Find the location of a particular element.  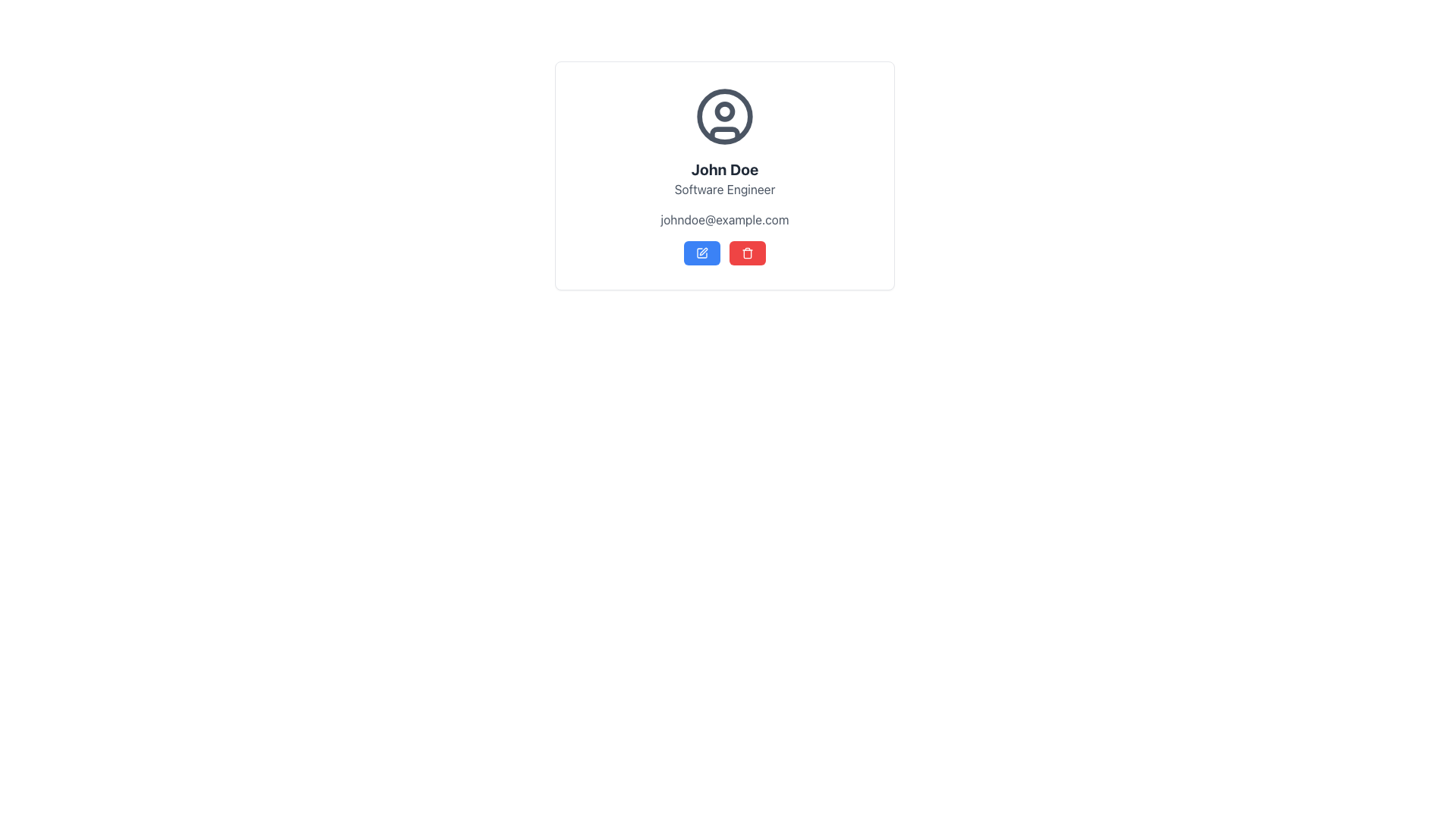

the Text block displaying 'John Doe' and 'Software Engineer' which is located in the middle of the page, below the user icon is located at coordinates (723, 177).